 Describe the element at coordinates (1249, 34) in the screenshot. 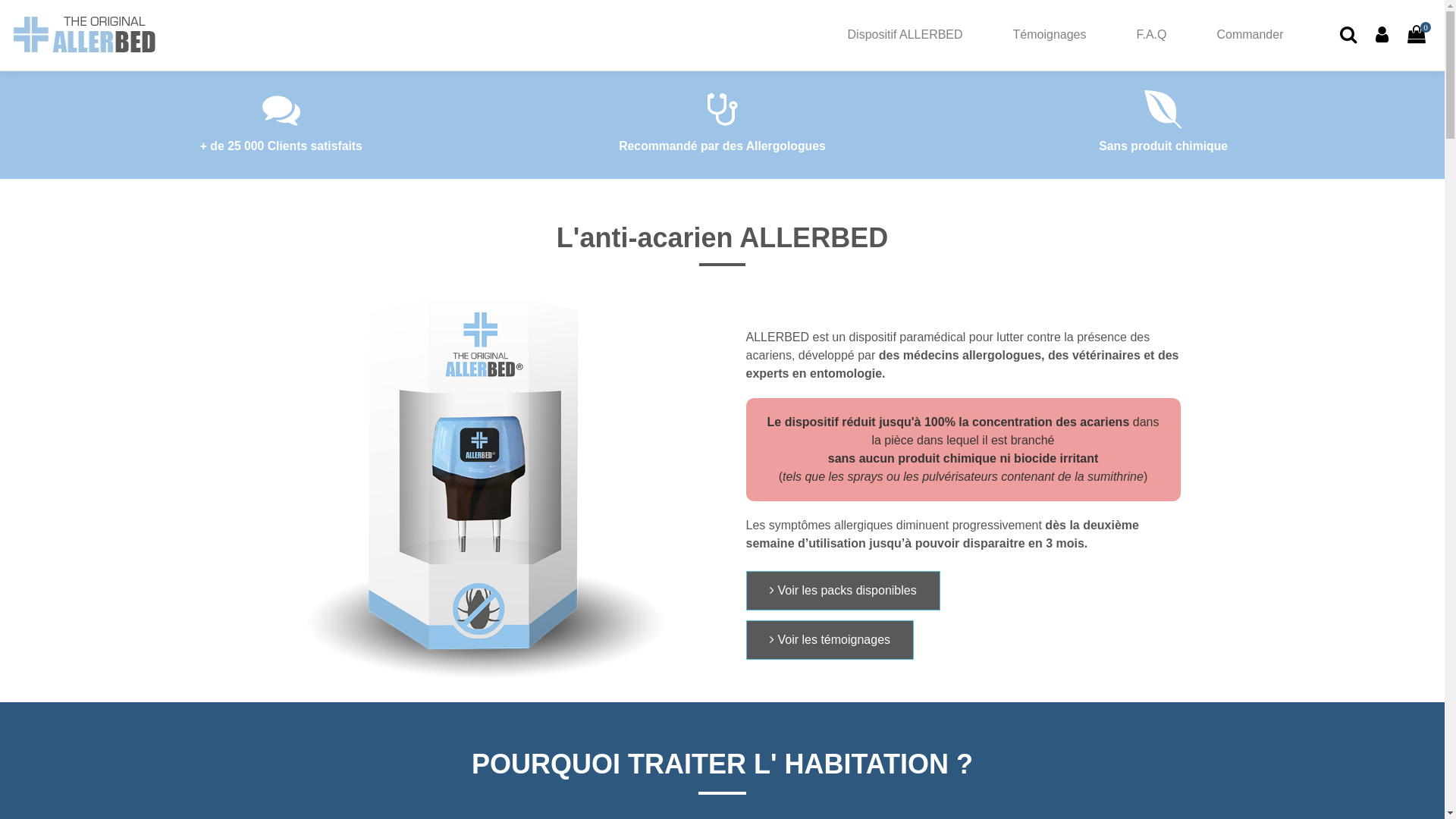

I see `'Commander'` at that location.